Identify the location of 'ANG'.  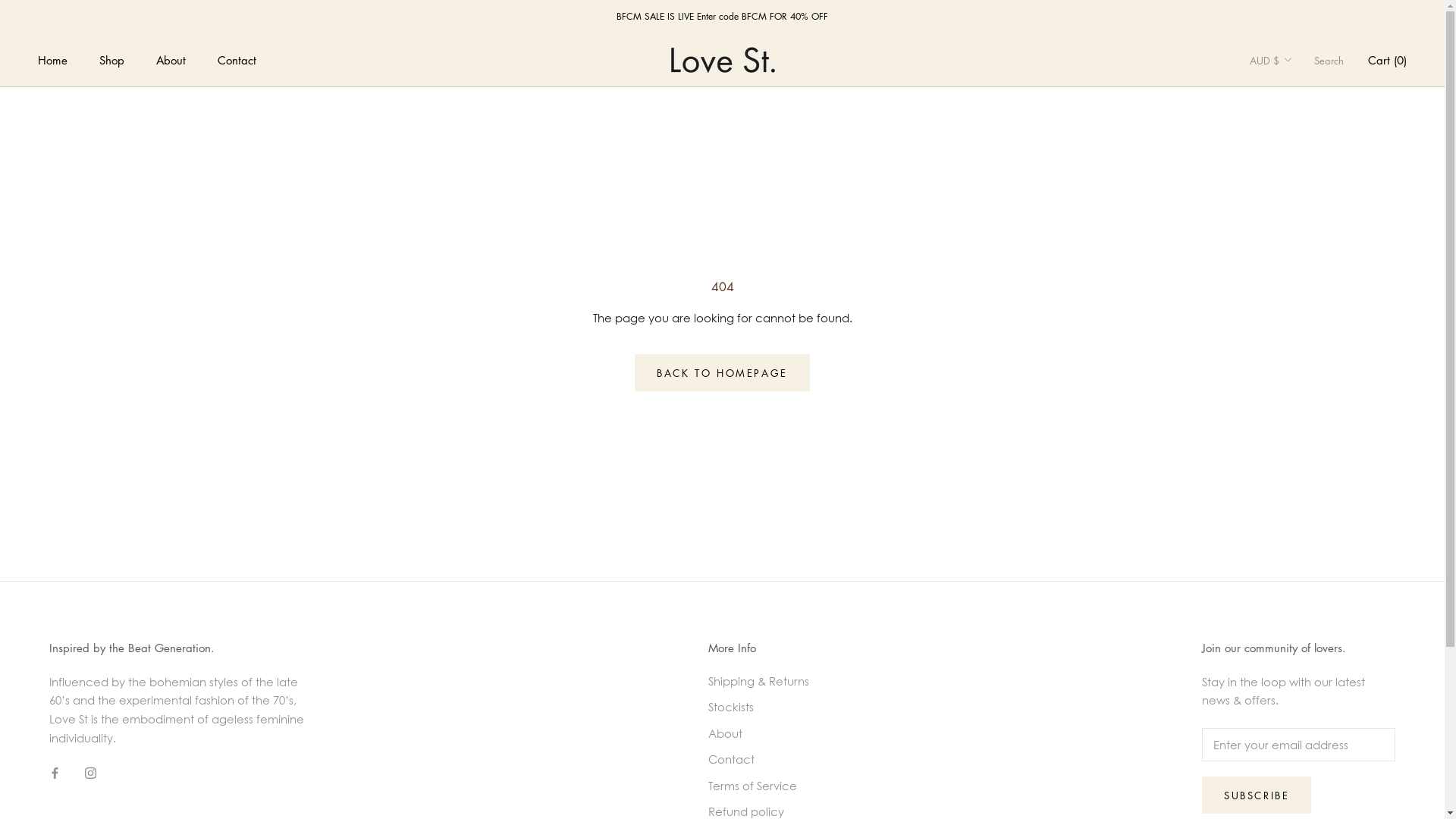
(1294, 190).